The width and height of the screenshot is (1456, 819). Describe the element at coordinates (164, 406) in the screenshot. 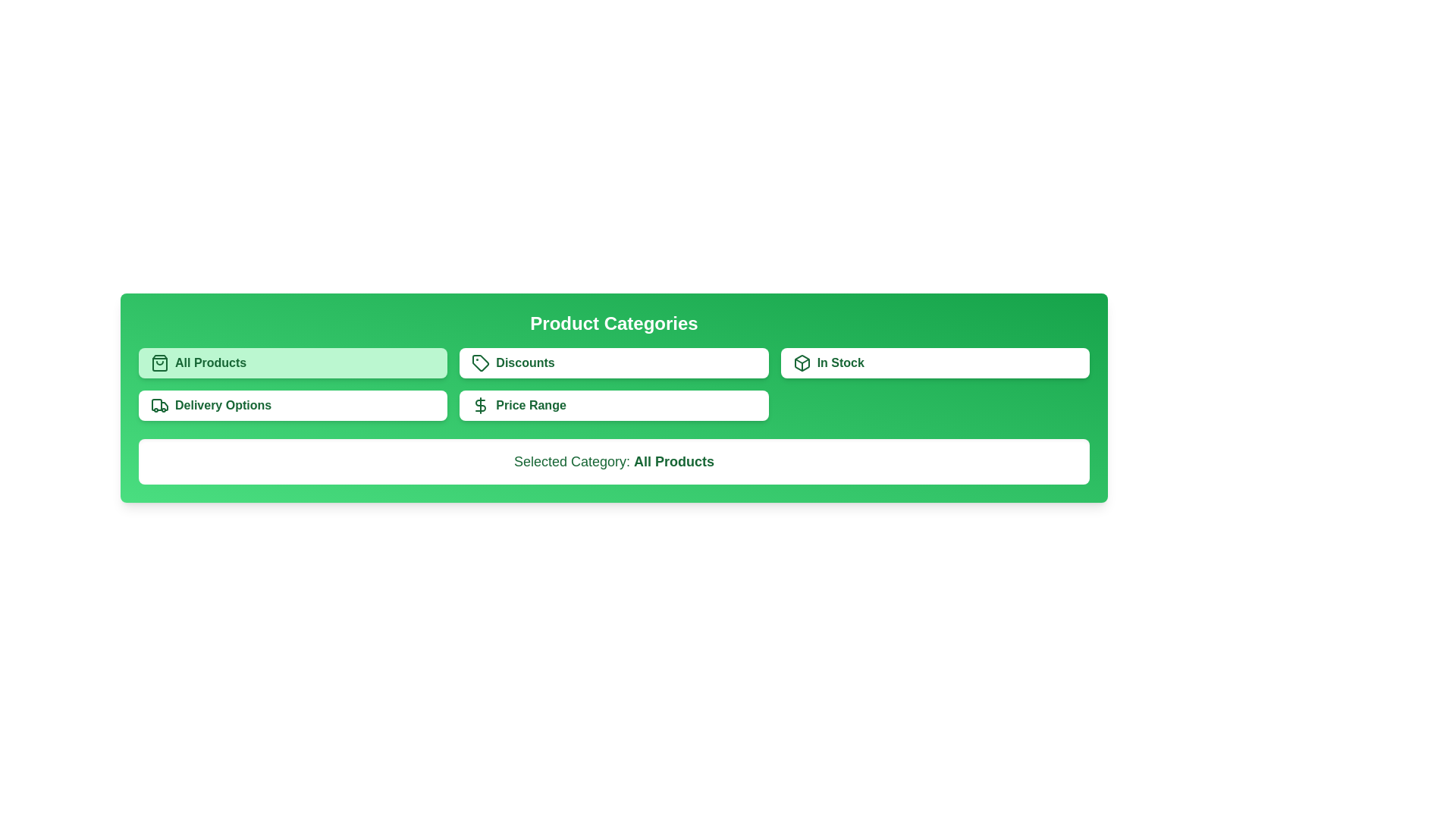

I see `the truck icon in the 'Delivery Options' section of the product categories card, which is located in the second row, leftmost column of the card` at that location.